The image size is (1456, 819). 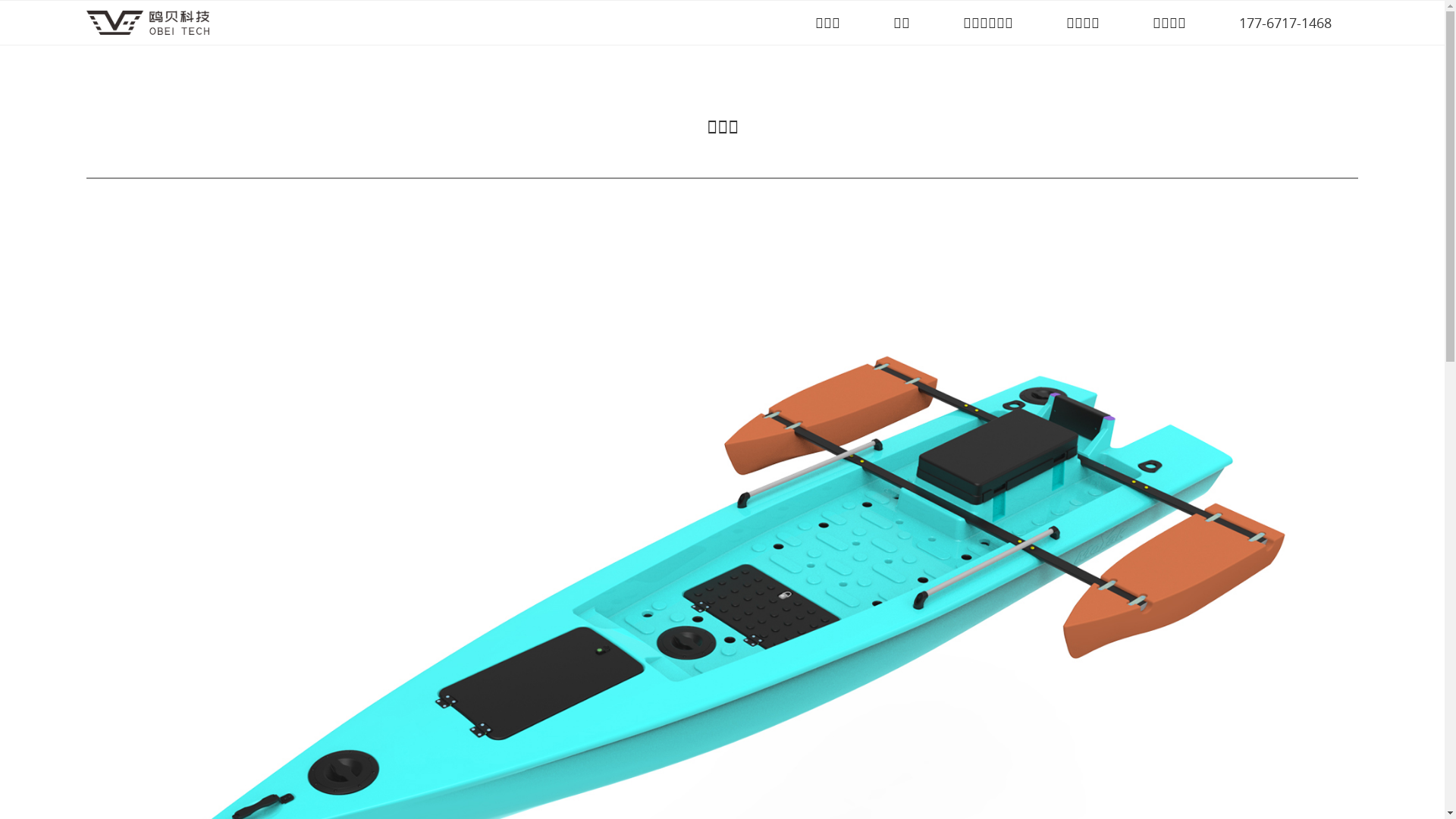 What do you see at coordinates (1227, 23) in the screenshot?
I see `'177-6717-1468'` at bounding box center [1227, 23].